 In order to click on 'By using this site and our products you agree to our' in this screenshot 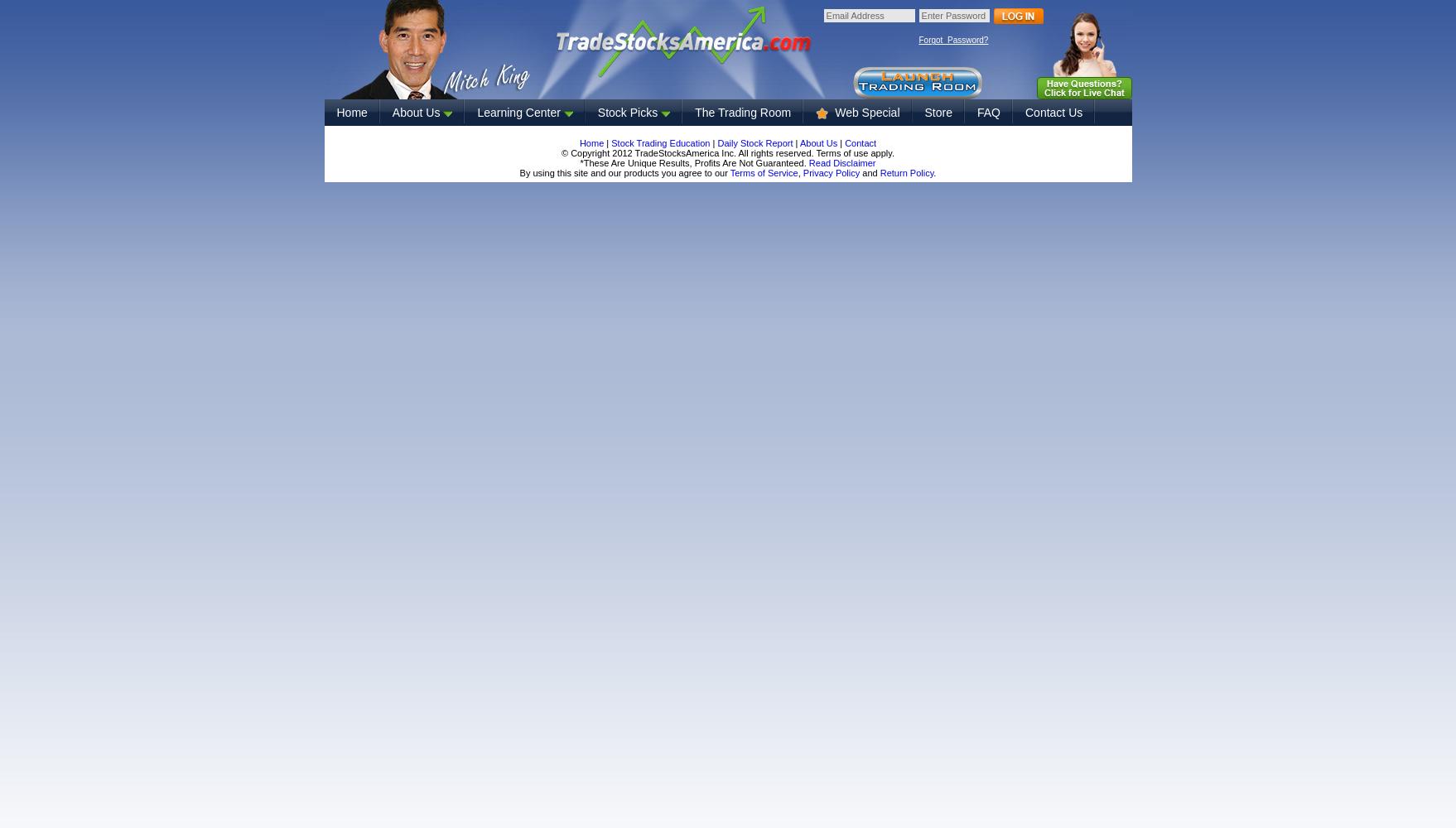, I will do `click(624, 172)`.